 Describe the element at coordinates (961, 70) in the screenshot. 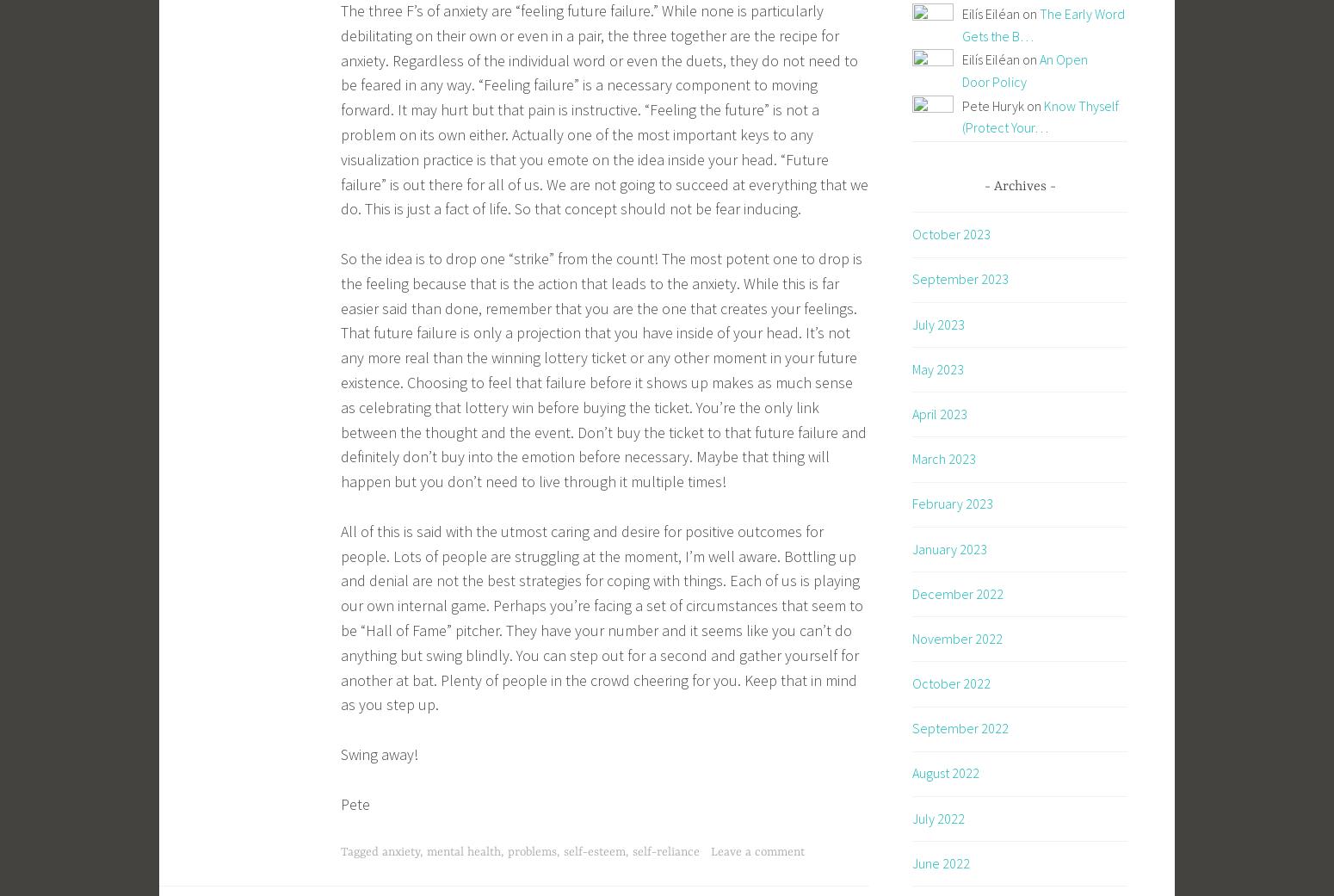

I see `'An Open Door Policy'` at that location.